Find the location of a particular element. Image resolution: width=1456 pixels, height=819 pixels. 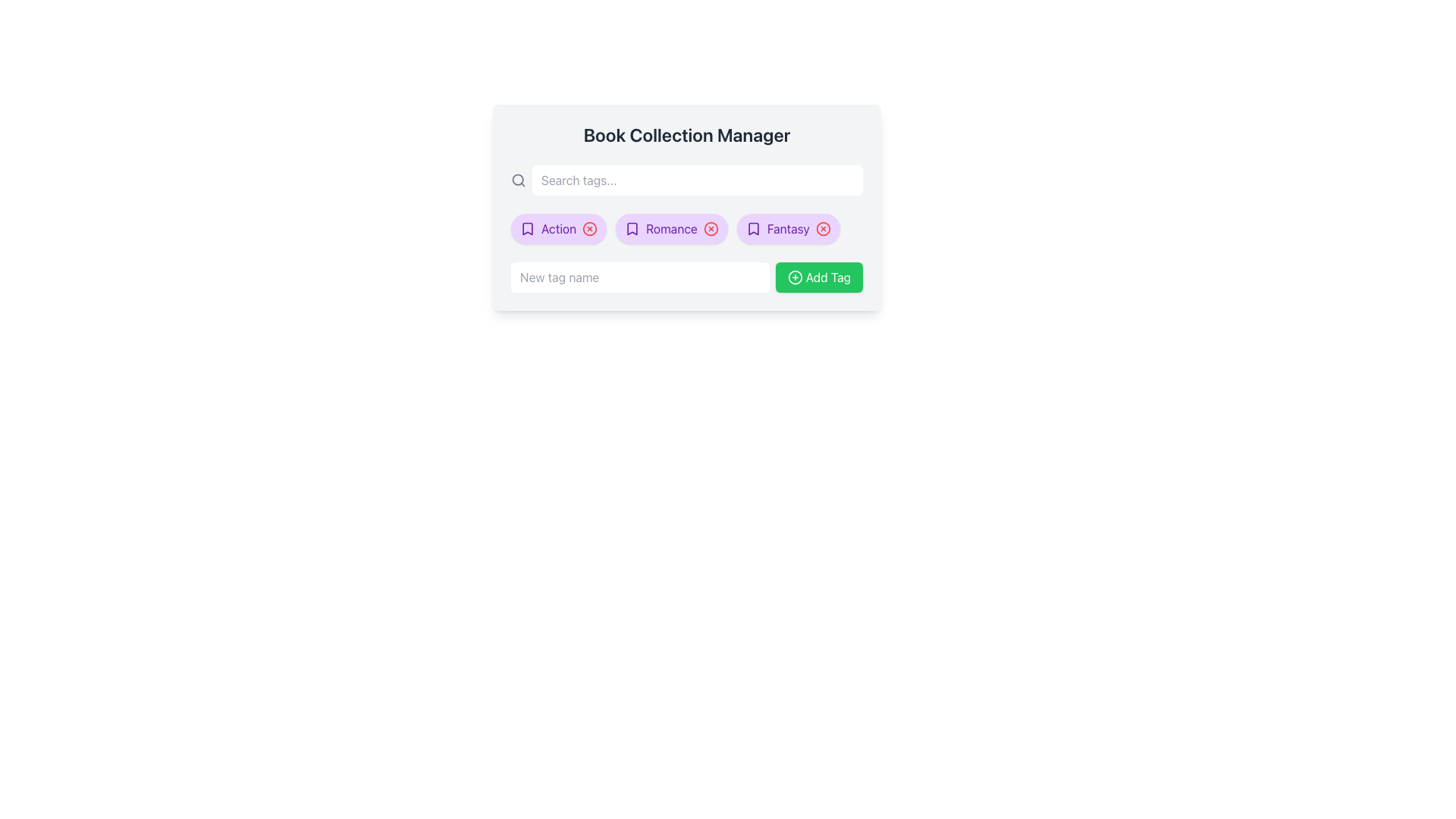

the red 'x' icon is located at coordinates (788, 228).